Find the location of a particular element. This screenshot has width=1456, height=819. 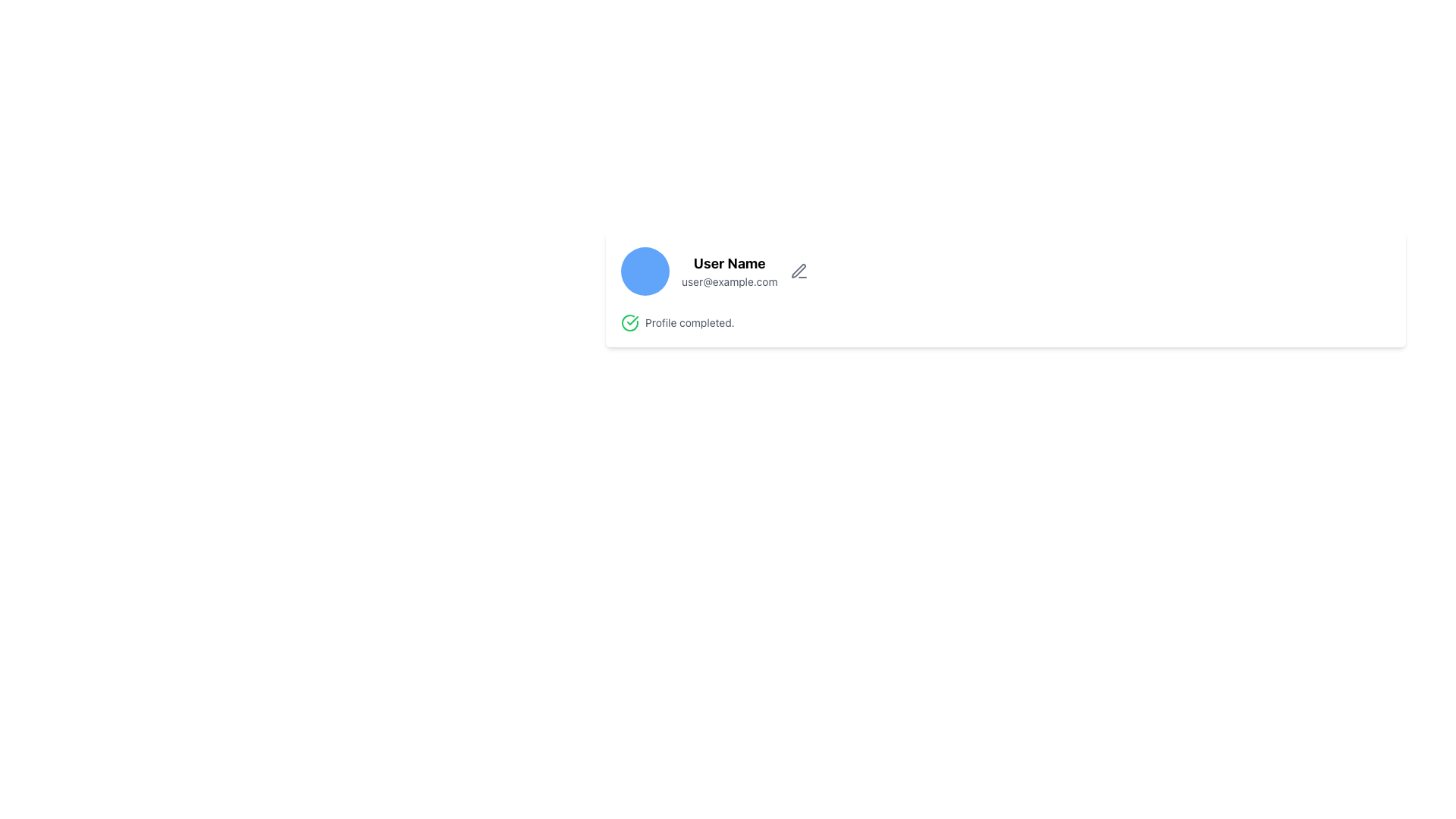

the icon indicating a successfully completed profile, located to the left of the text 'Profile completed.' is located at coordinates (629, 322).